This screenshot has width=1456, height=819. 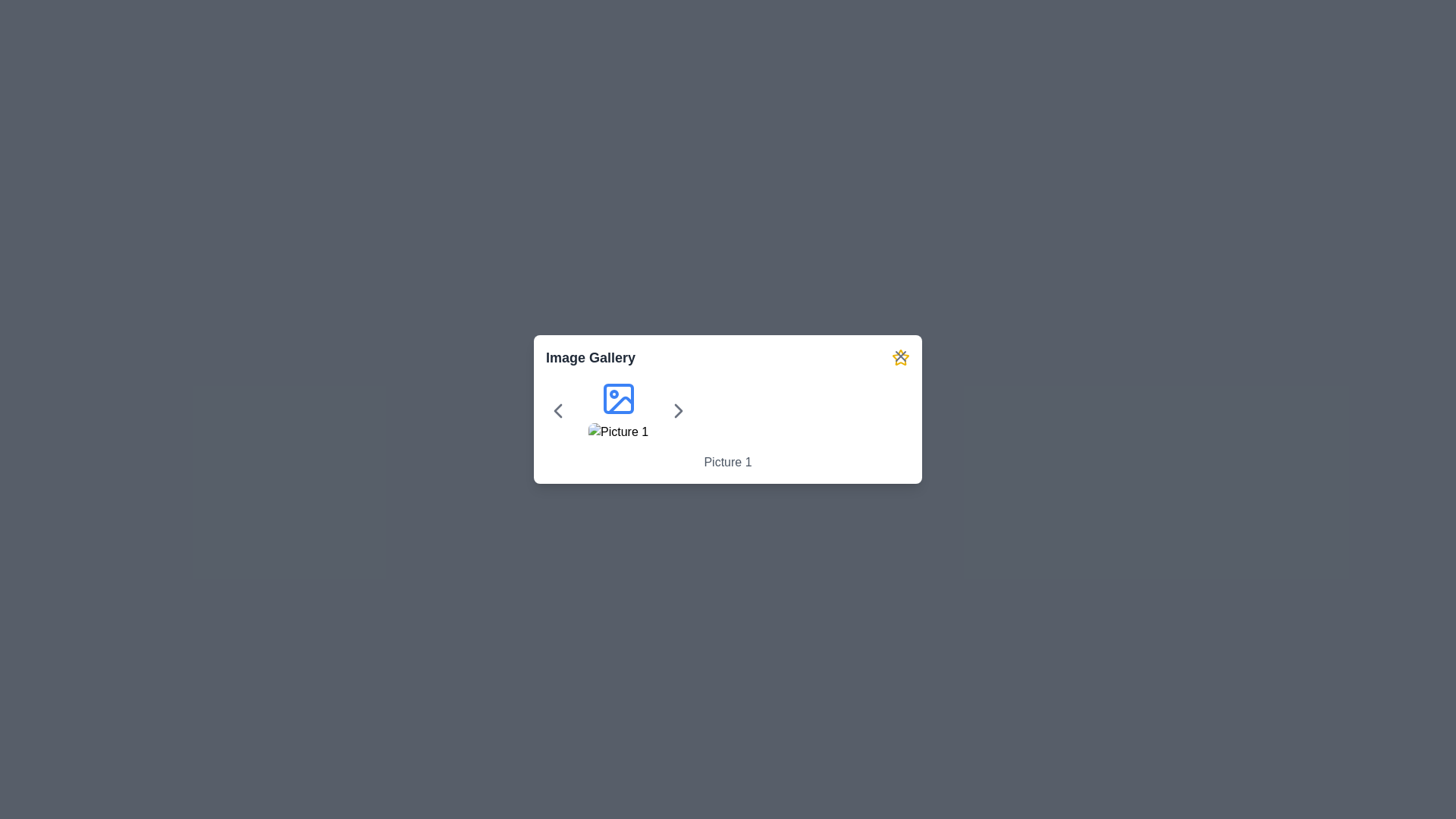 What do you see at coordinates (728, 357) in the screenshot?
I see `the 'Image Gallery' header` at bounding box center [728, 357].